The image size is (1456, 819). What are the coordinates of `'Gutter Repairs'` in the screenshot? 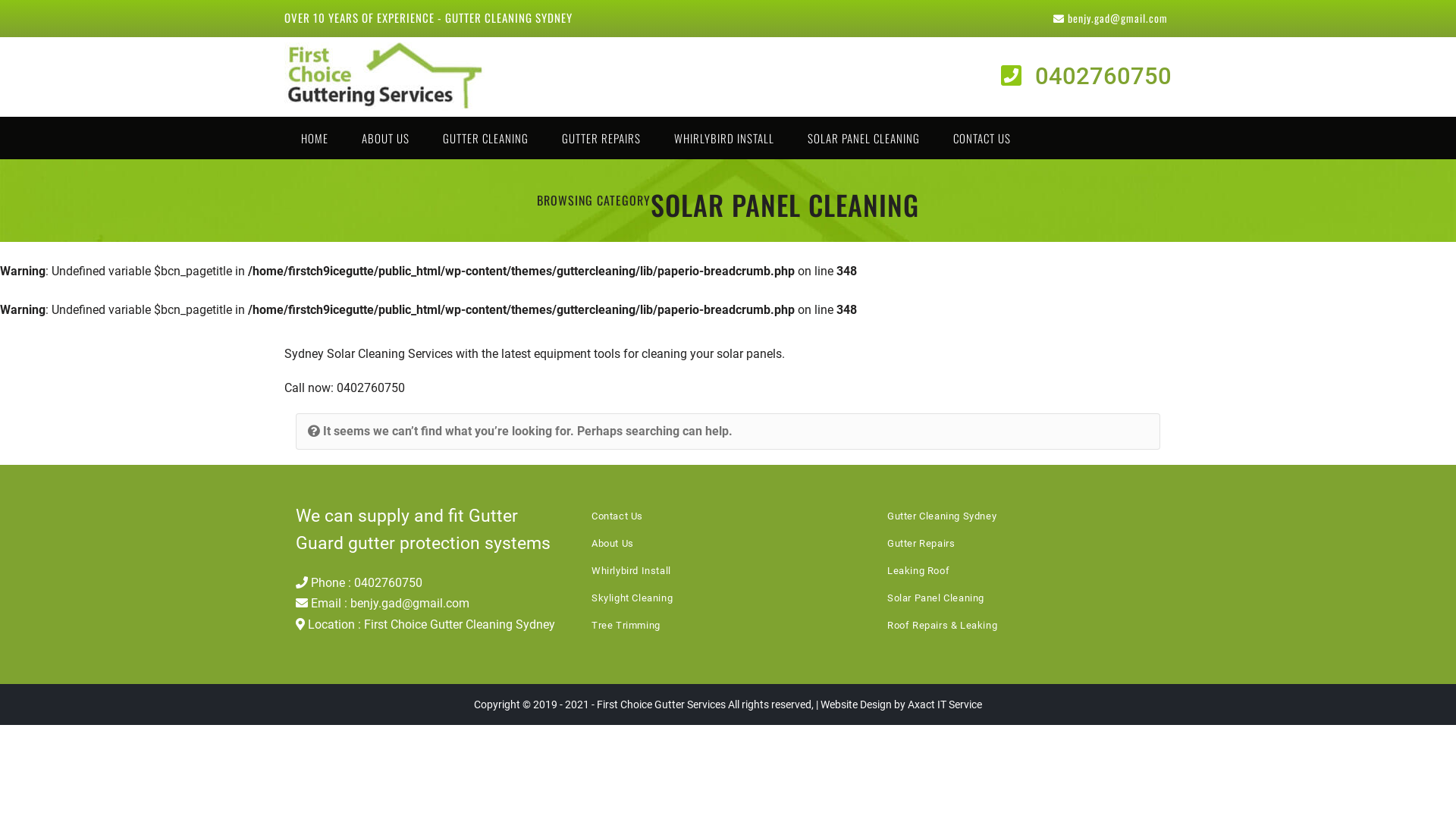 It's located at (920, 542).